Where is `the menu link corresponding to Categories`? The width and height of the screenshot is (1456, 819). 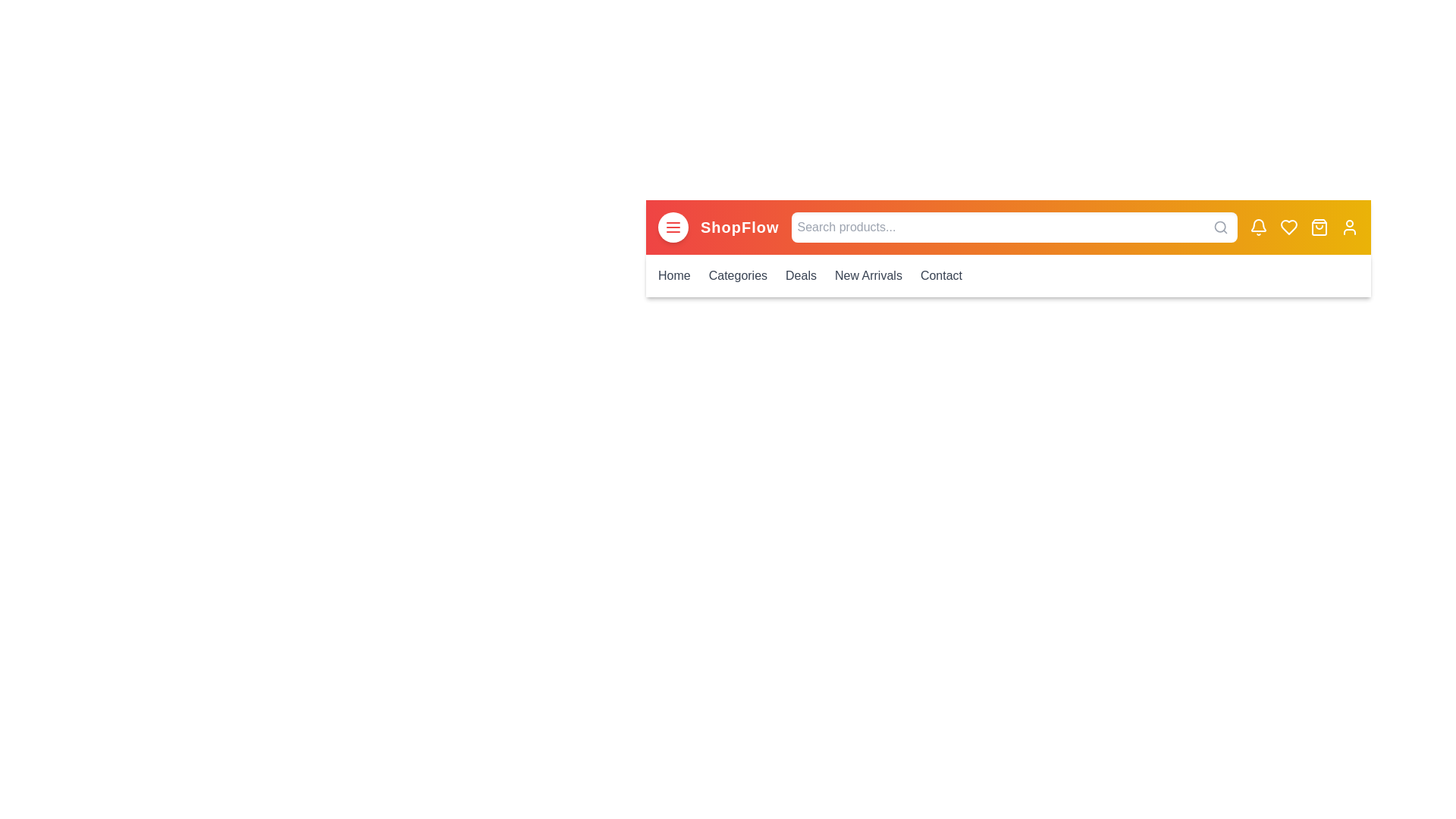 the menu link corresponding to Categories is located at coordinates (738, 275).